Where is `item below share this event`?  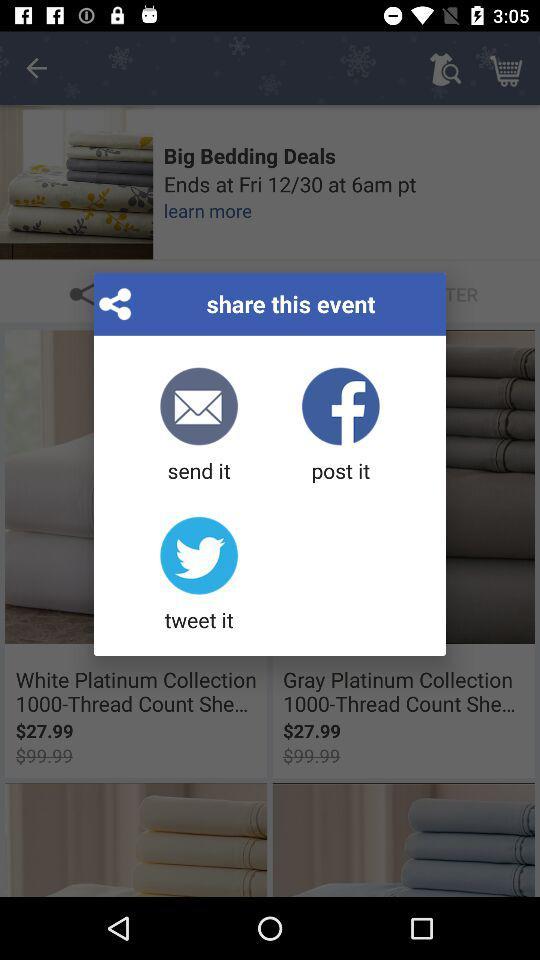 item below share this event is located at coordinates (199, 426).